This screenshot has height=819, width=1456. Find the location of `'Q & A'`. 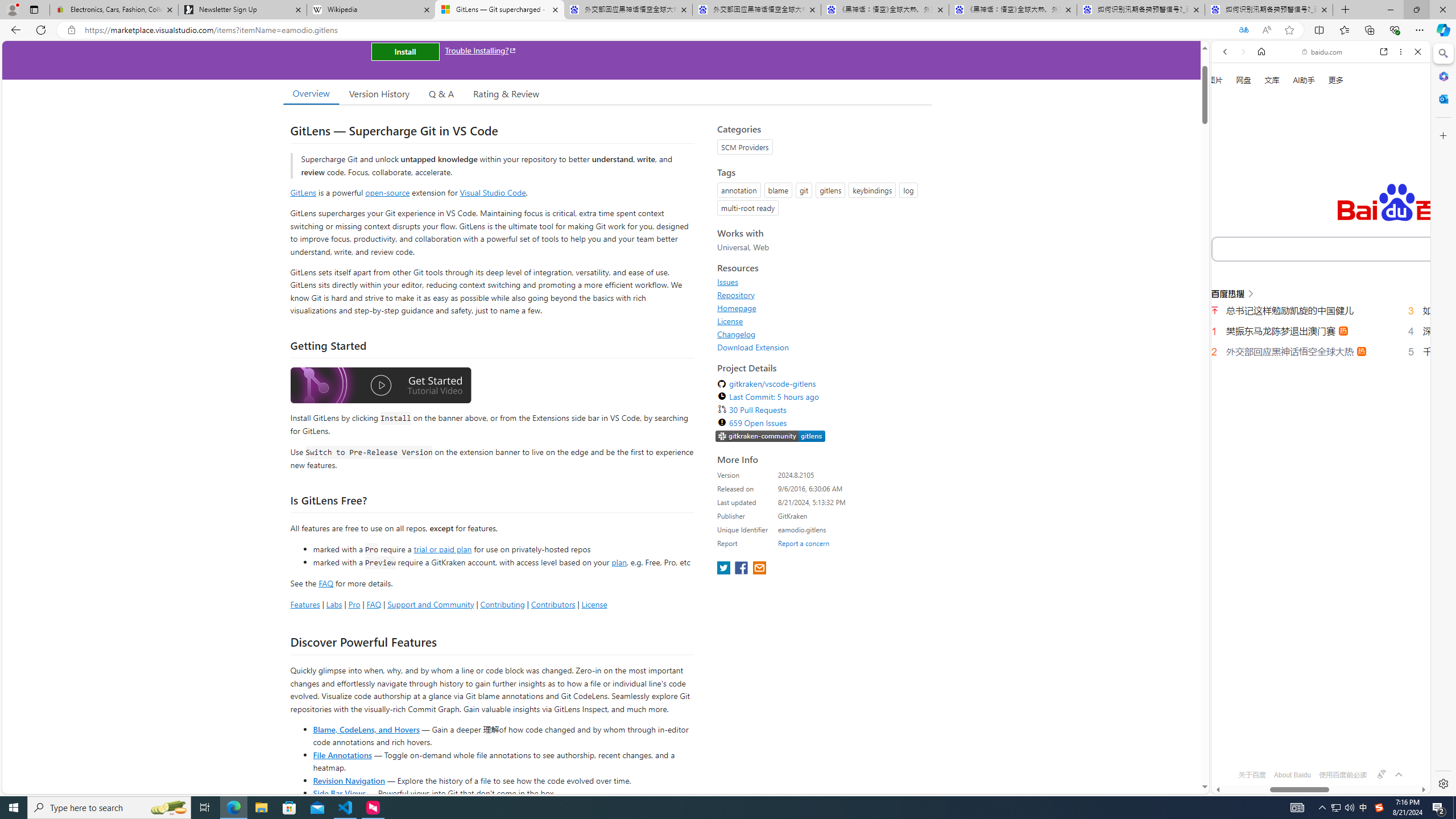

'Q & A' is located at coordinates (441, 93).